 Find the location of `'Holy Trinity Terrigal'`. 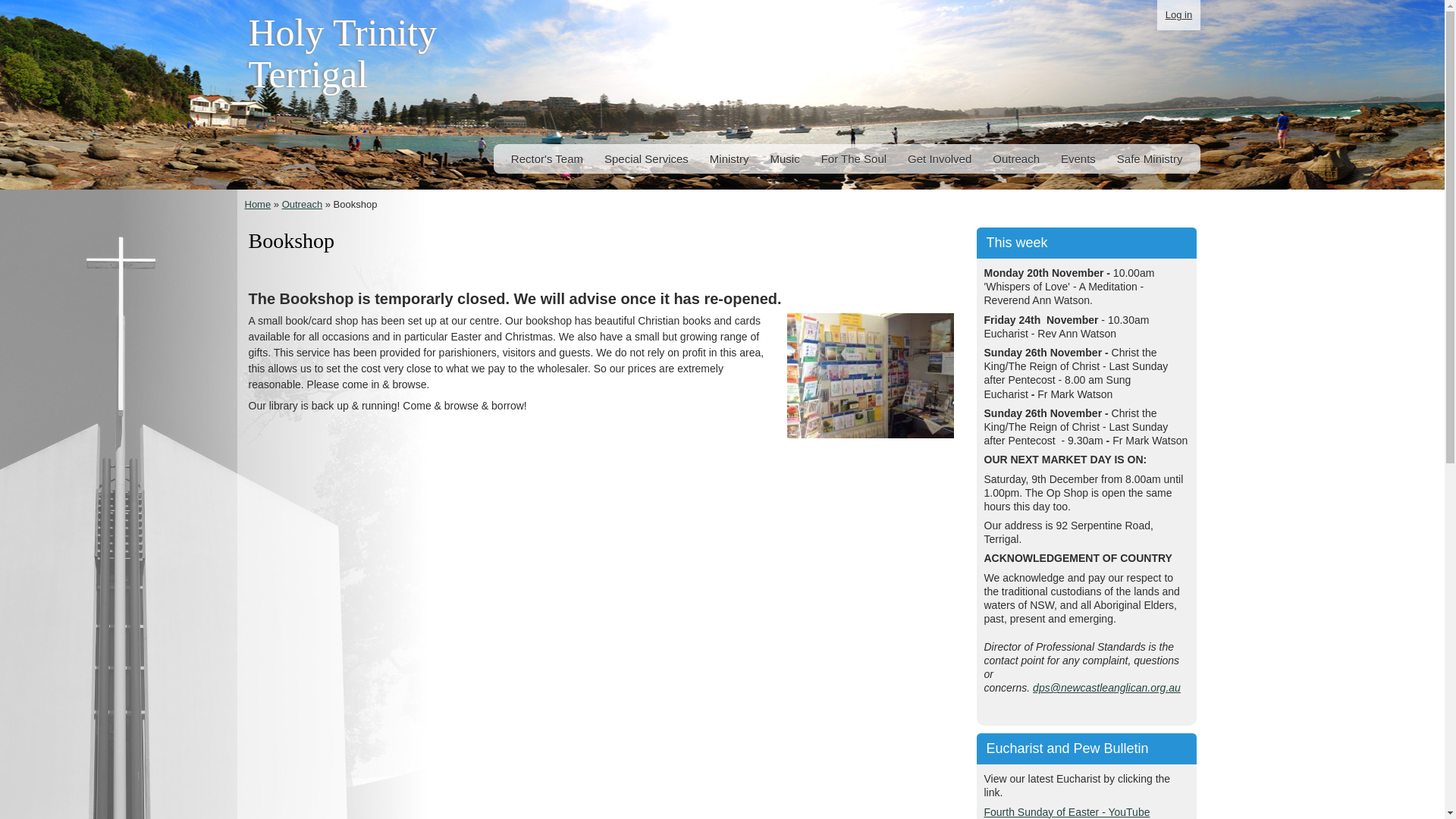

'Holy Trinity Terrigal' is located at coordinates (342, 58).